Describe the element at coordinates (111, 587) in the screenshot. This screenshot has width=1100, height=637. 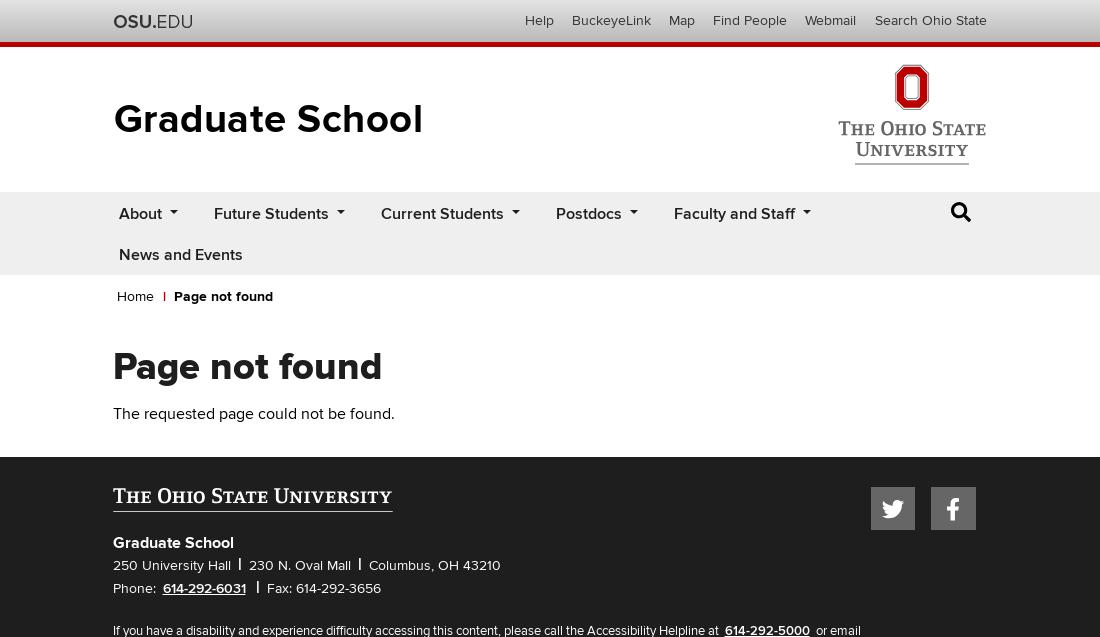
I see `'Phone:'` at that location.